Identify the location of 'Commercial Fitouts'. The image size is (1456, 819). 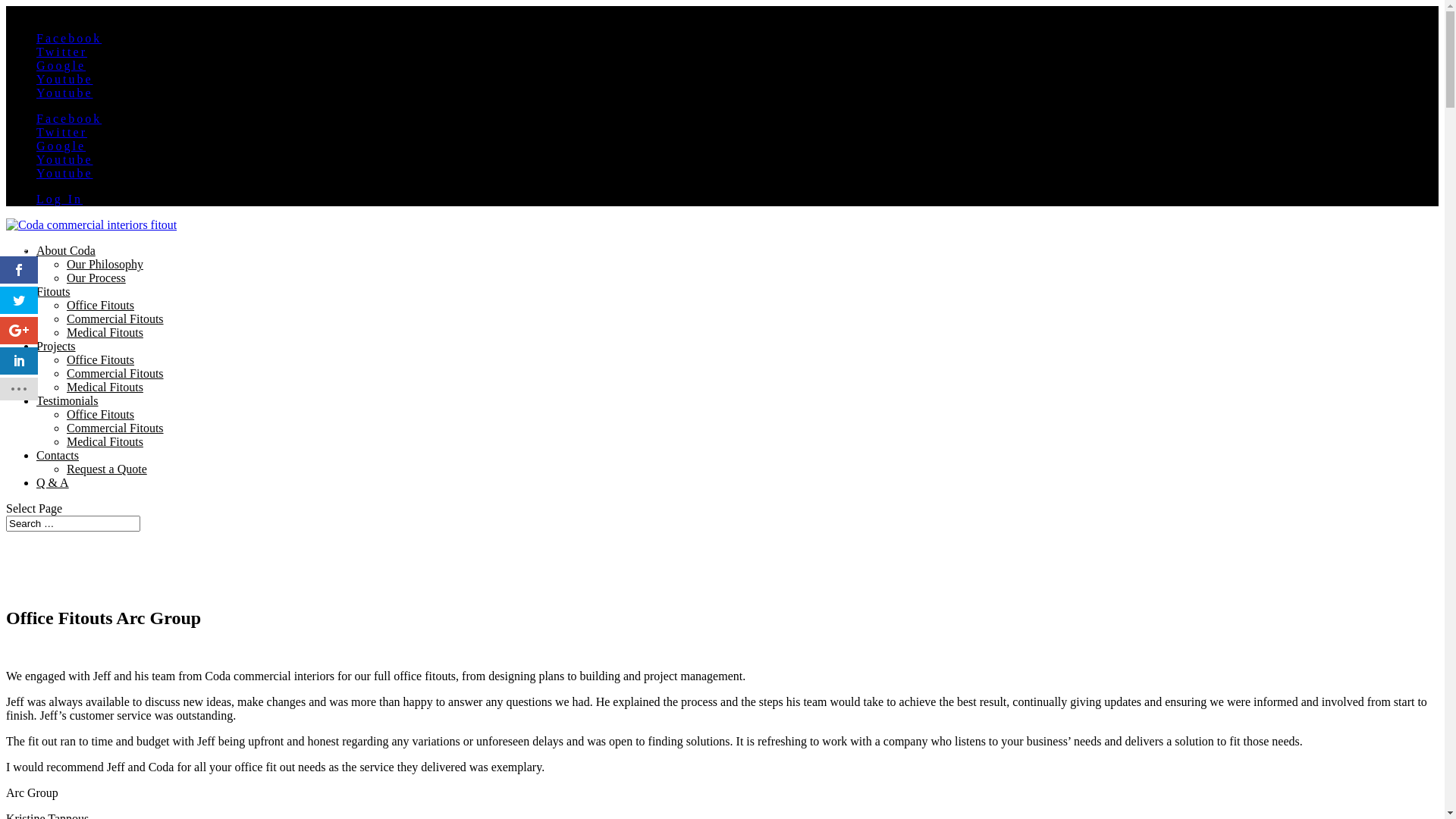
(115, 373).